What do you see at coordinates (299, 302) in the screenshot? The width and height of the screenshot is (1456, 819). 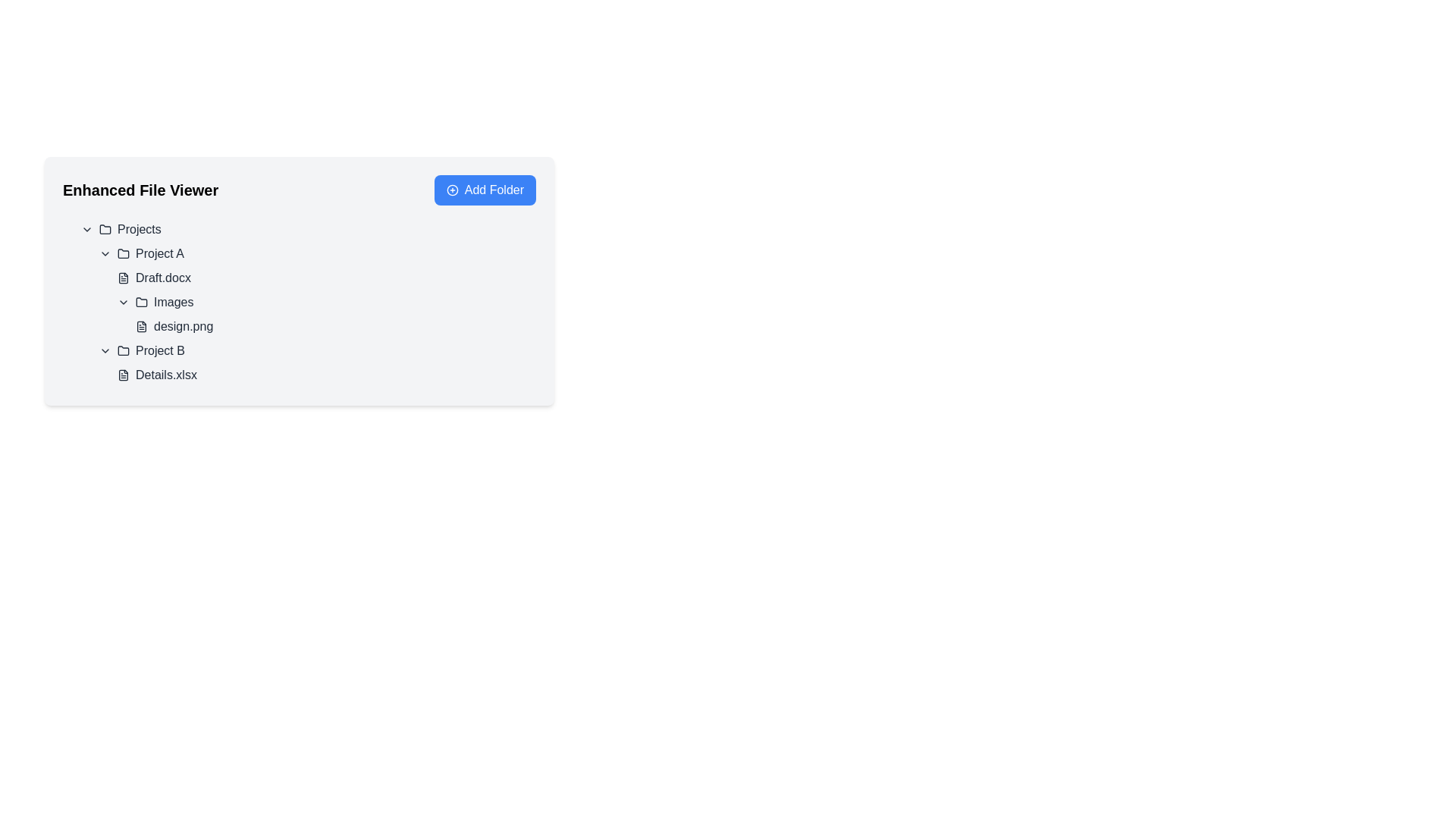 I see `a file or folder from the interactive hierarchical list located centrally beneath the 'Enhanced File Viewer' header` at bounding box center [299, 302].